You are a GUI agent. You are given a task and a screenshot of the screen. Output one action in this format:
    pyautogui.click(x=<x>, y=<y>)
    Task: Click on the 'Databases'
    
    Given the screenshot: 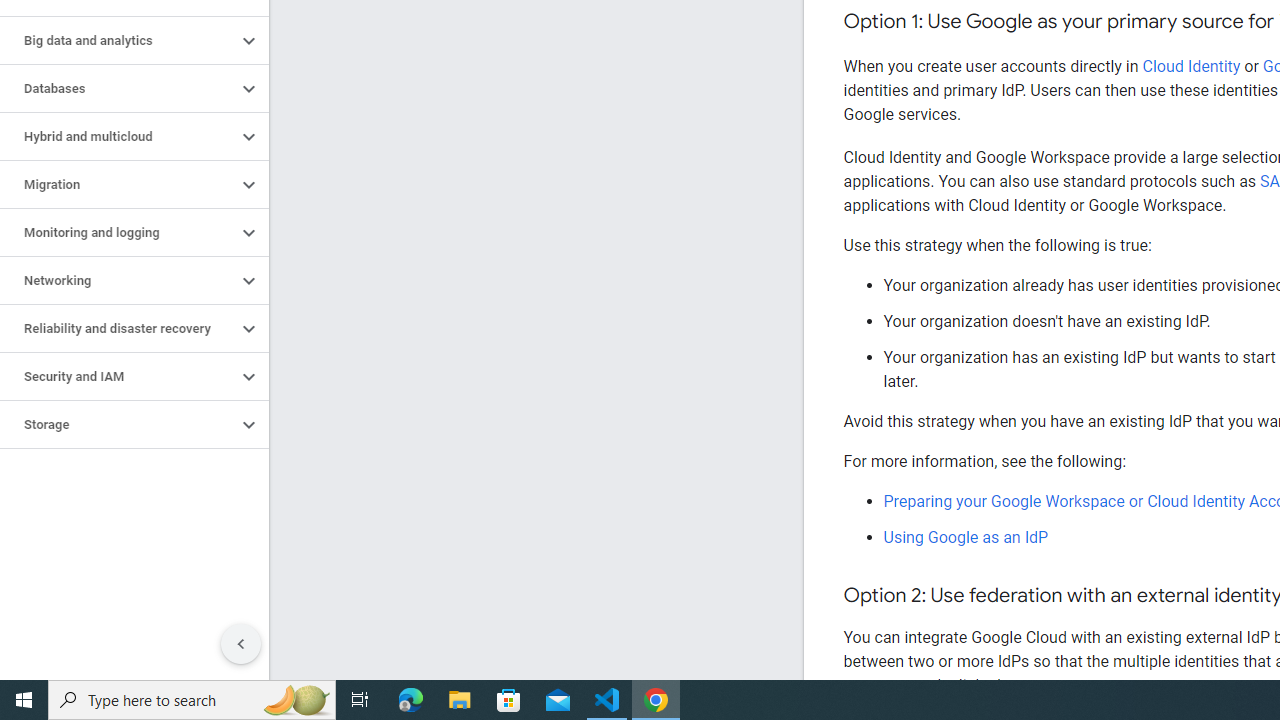 What is the action you would take?
    pyautogui.click(x=117, y=87)
    